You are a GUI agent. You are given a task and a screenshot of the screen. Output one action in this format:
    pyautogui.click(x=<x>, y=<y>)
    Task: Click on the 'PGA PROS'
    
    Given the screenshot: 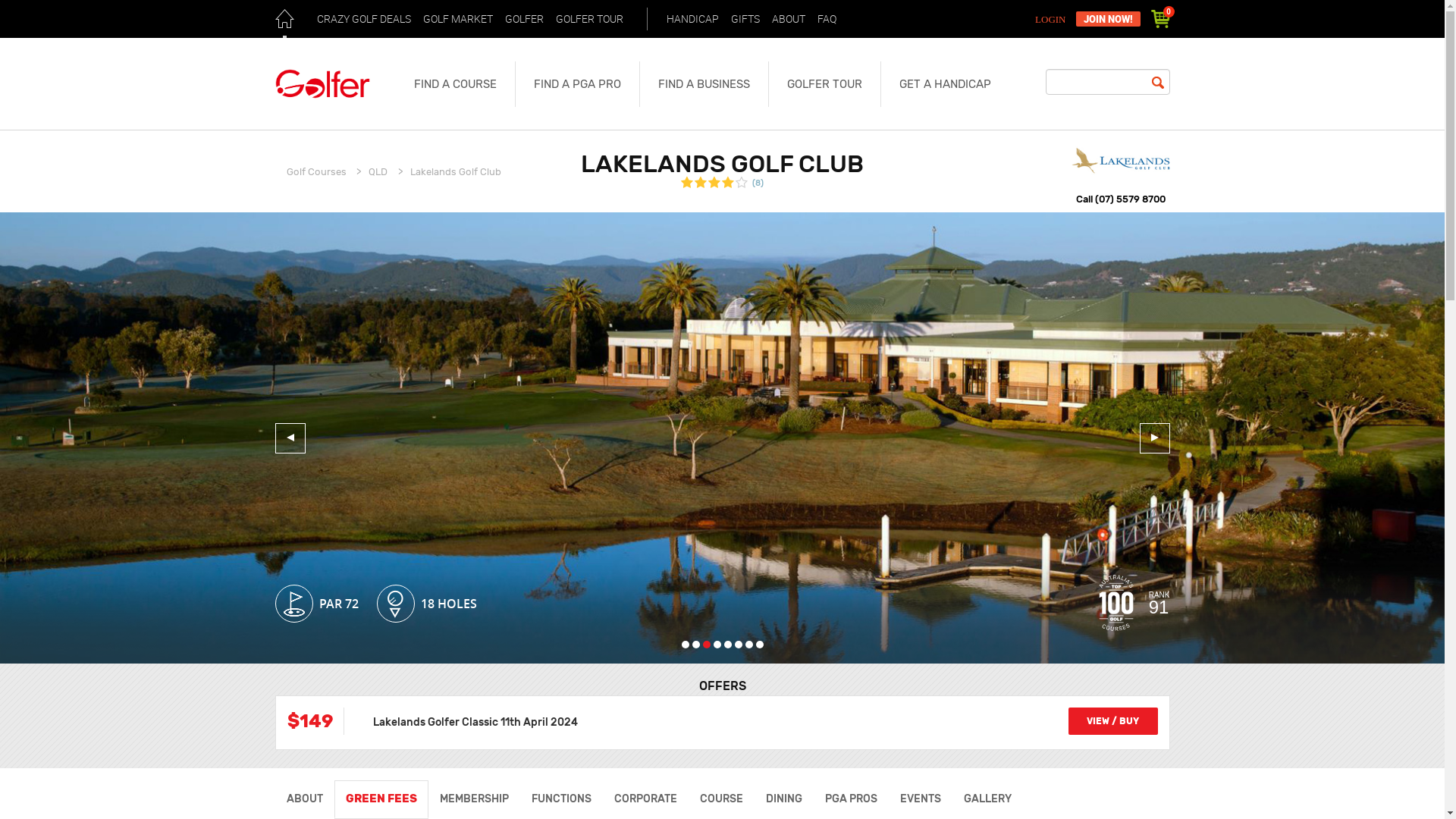 What is the action you would take?
    pyautogui.click(x=850, y=798)
    